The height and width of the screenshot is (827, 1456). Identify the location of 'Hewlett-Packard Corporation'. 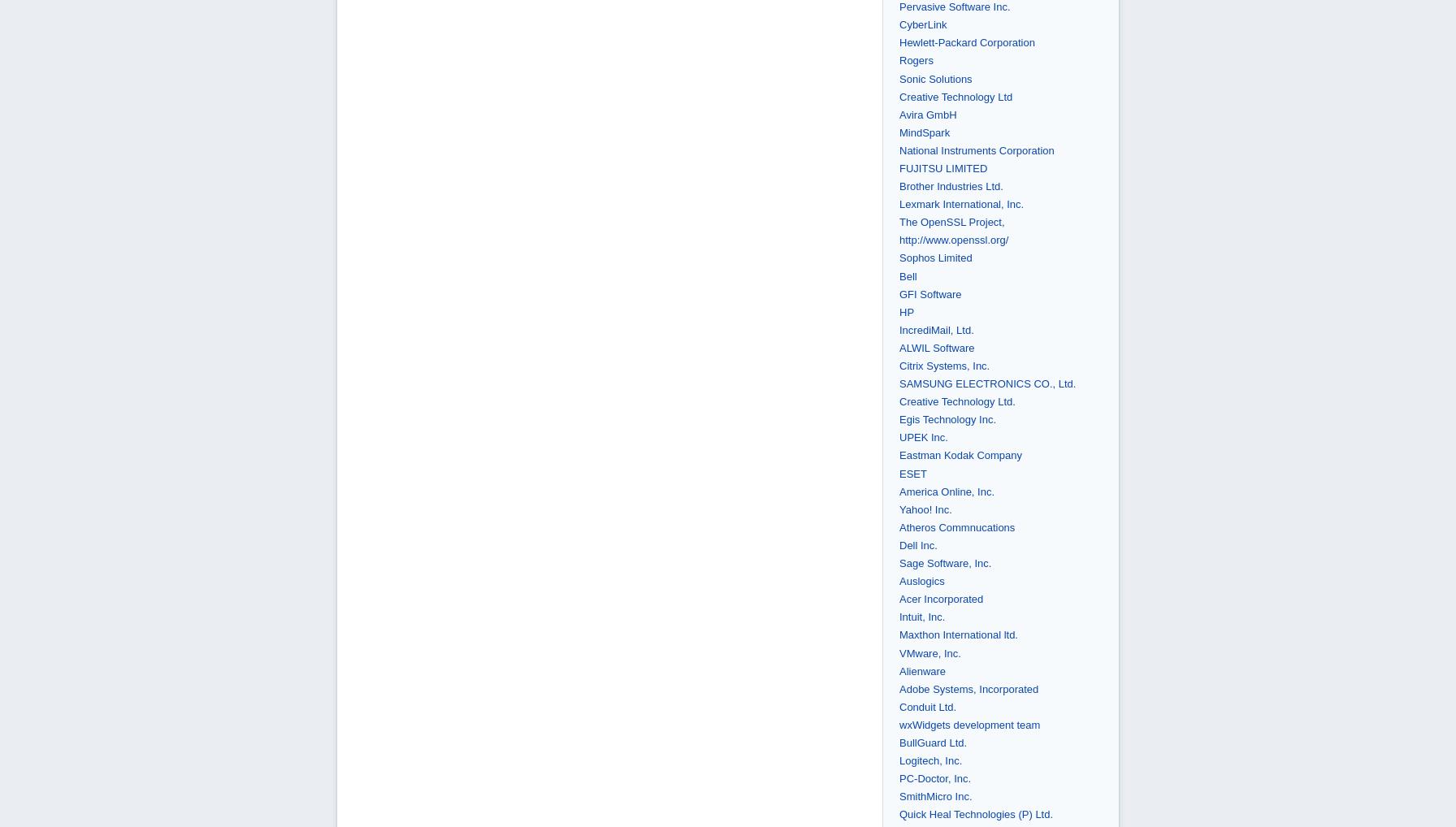
(899, 42).